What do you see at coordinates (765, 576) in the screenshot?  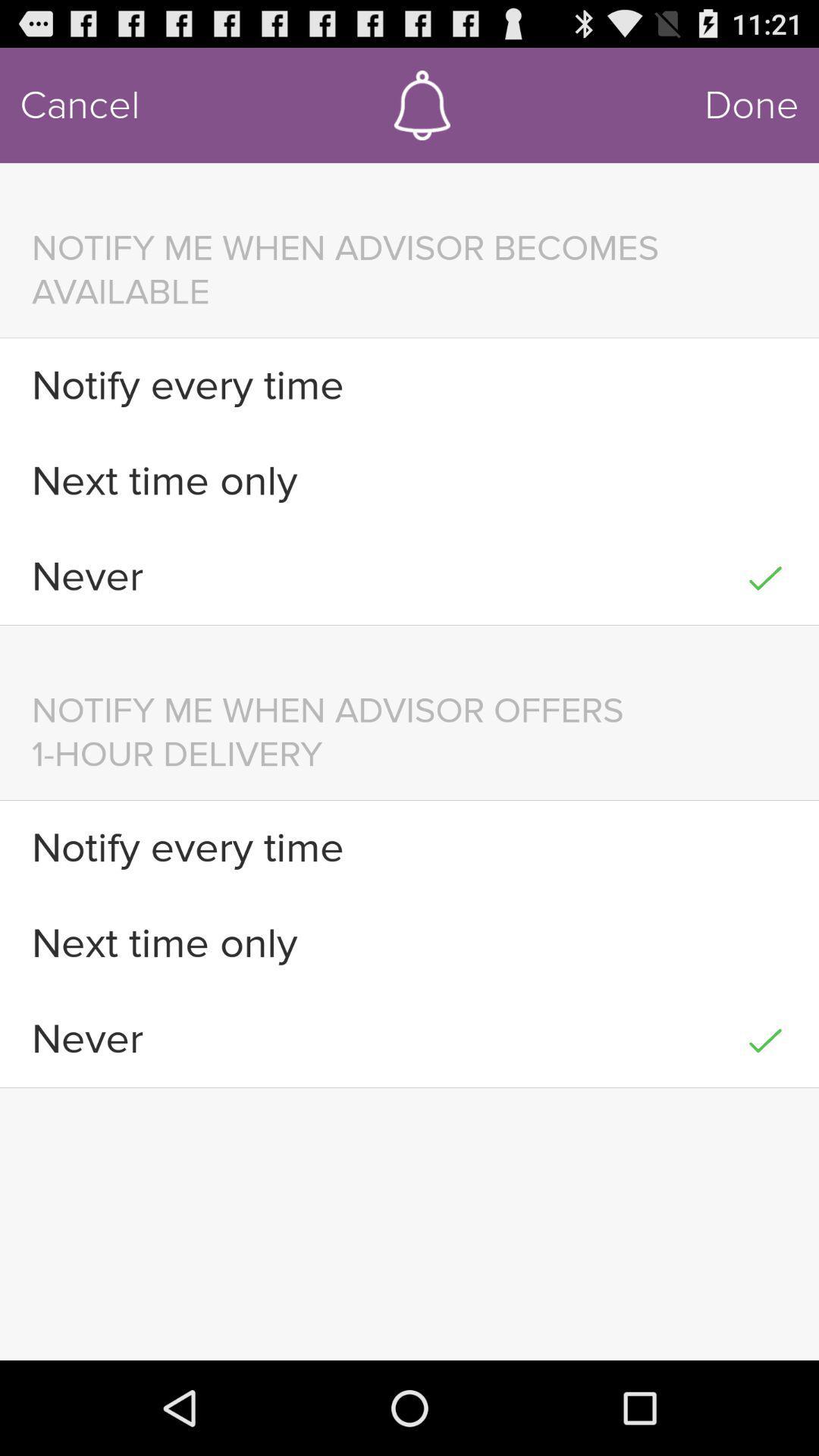 I see `icon next to the never icon` at bounding box center [765, 576].